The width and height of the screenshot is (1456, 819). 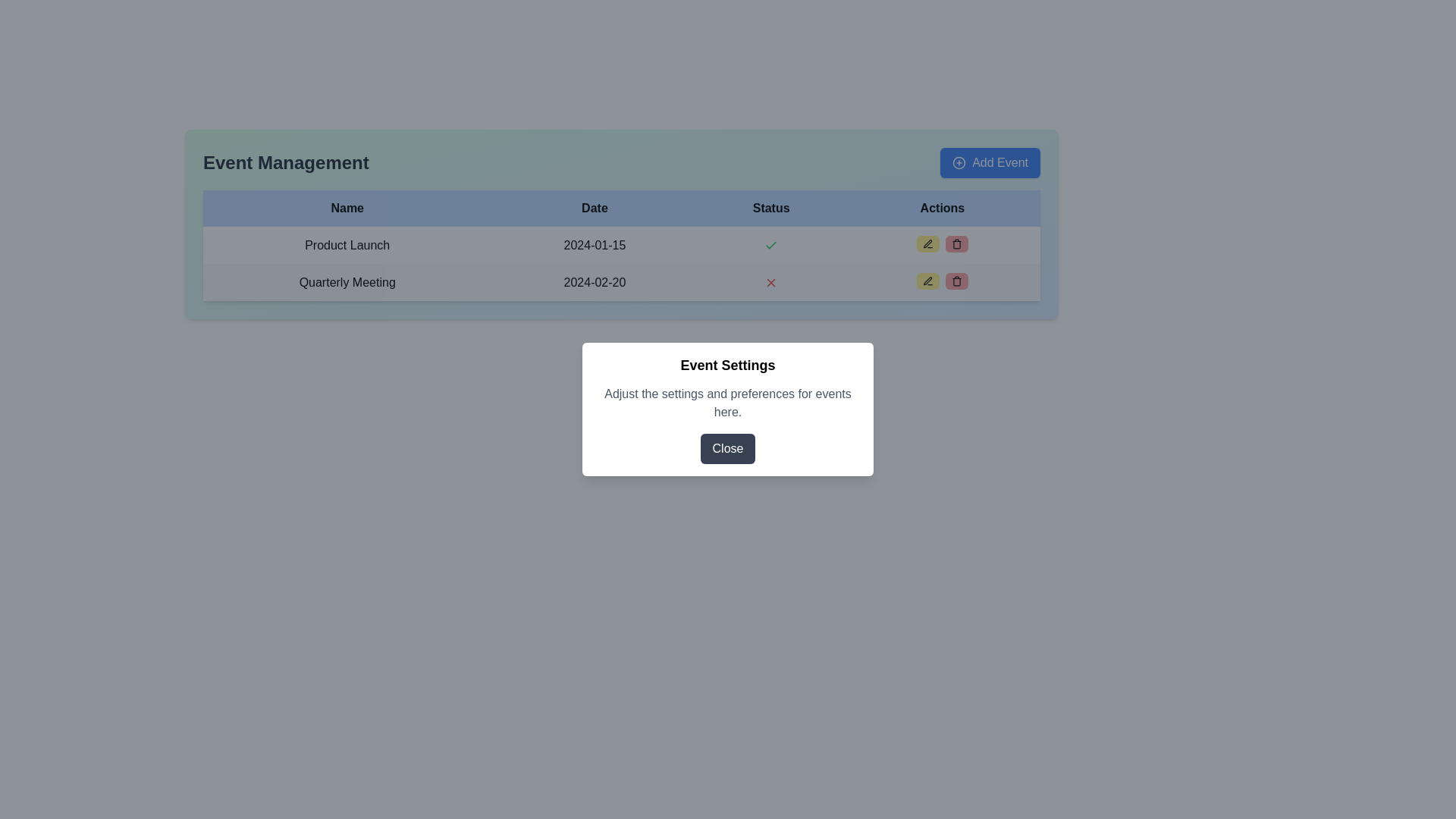 What do you see at coordinates (990, 163) in the screenshot?
I see `the interactive button located in the top-right corner of the 'Event Management' interface to initiate the process of adding a new event` at bounding box center [990, 163].